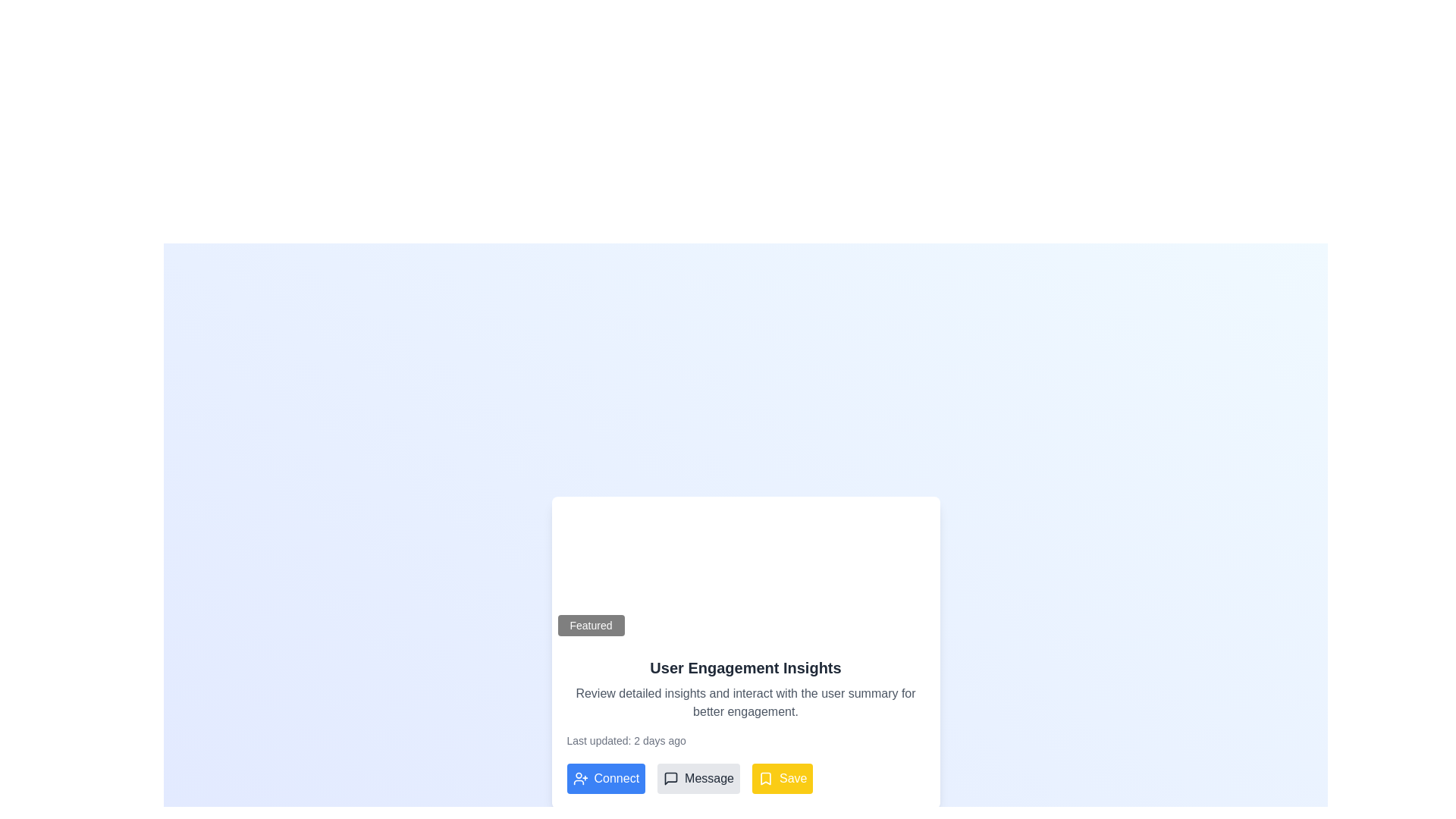 The height and width of the screenshot is (819, 1456). Describe the element at coordinates (792, 778) in the screenshot. I see `the 'Save' button, which is a yellow rectangular button with rounded corners, located at the bottom right corner of a card layout` at that location.